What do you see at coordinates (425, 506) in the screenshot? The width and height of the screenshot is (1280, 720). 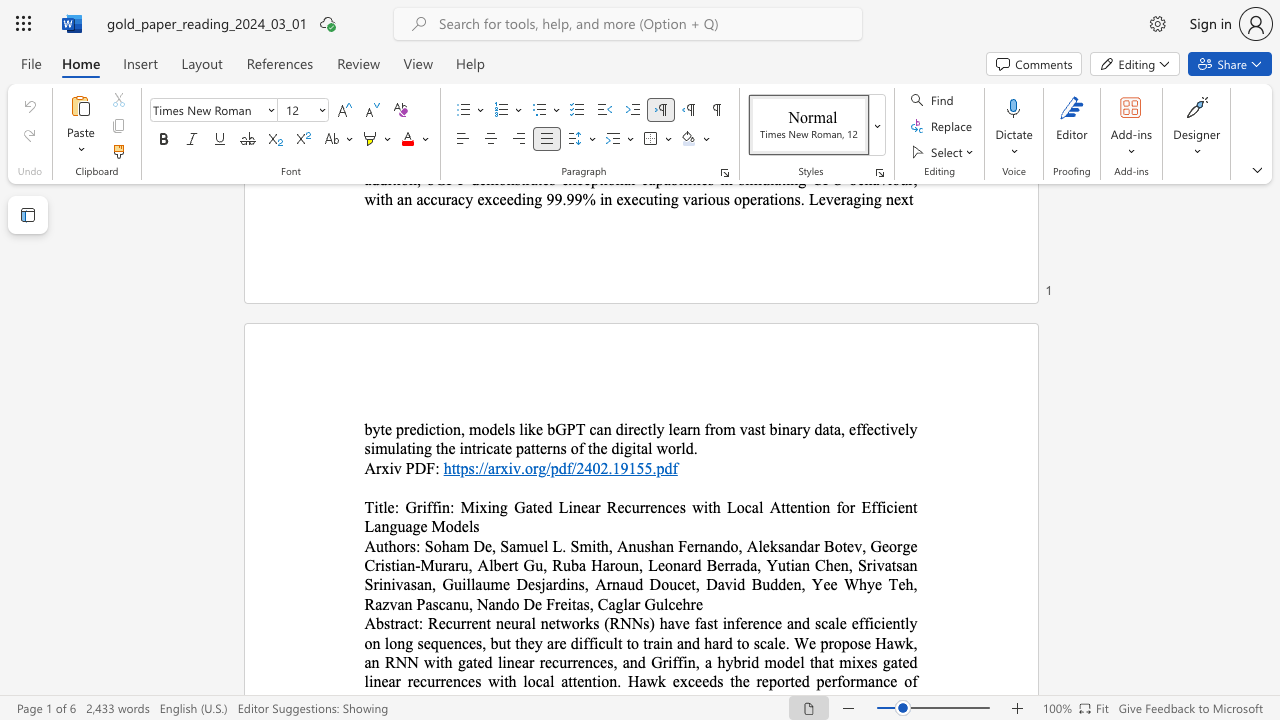 I see `the subset text "ffin: Mixing Gated Linear Recurrences w" within the text "Griffin: Mixing Gated Linear Recurrences with Local Attention for Efficient Language Models"` at bounding box center [425, 506].